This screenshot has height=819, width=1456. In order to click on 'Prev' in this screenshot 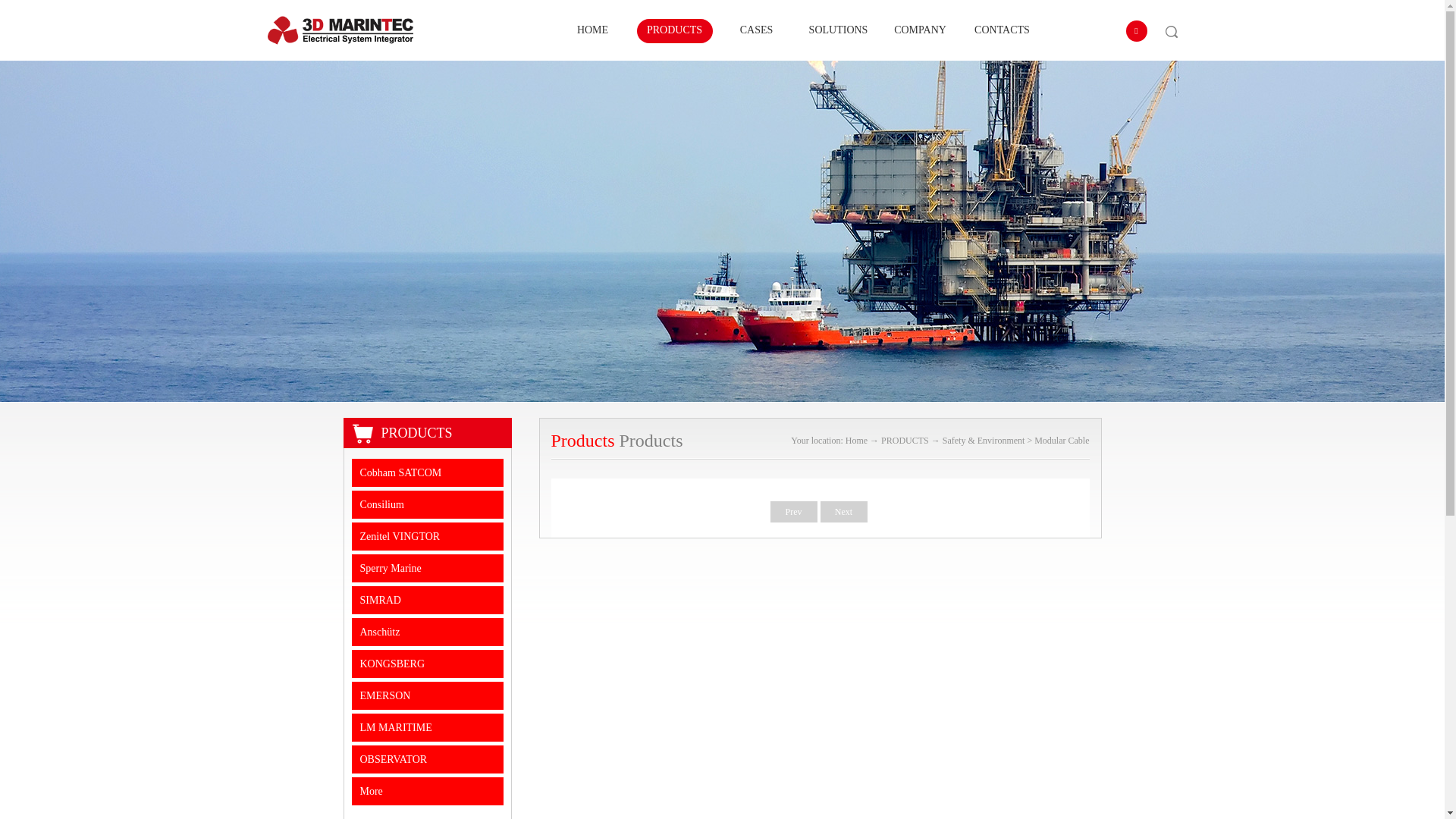, I will do `click(770, 512)`.